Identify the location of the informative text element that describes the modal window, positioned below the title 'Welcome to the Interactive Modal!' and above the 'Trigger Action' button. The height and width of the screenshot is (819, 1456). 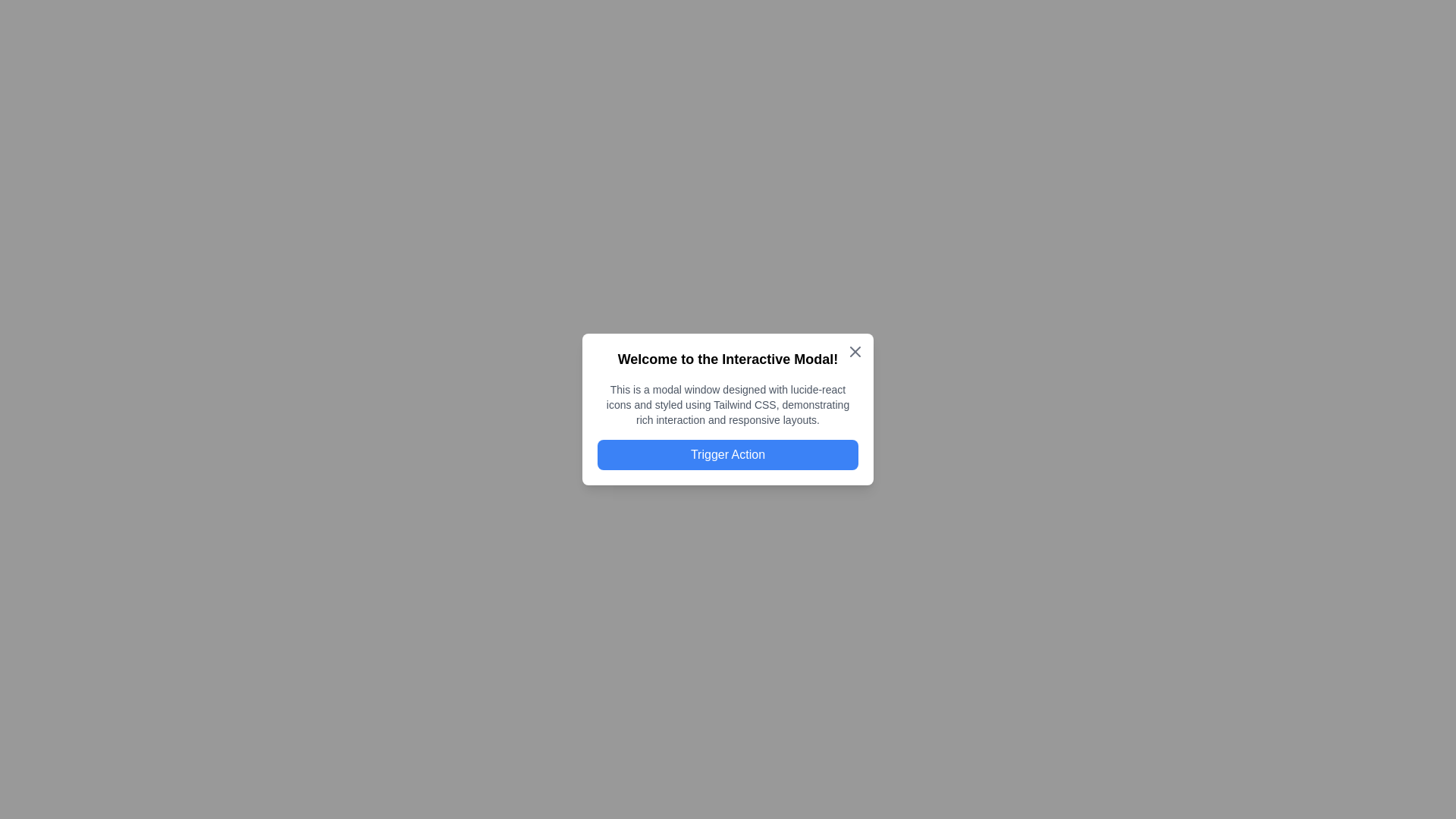
(728, 403).